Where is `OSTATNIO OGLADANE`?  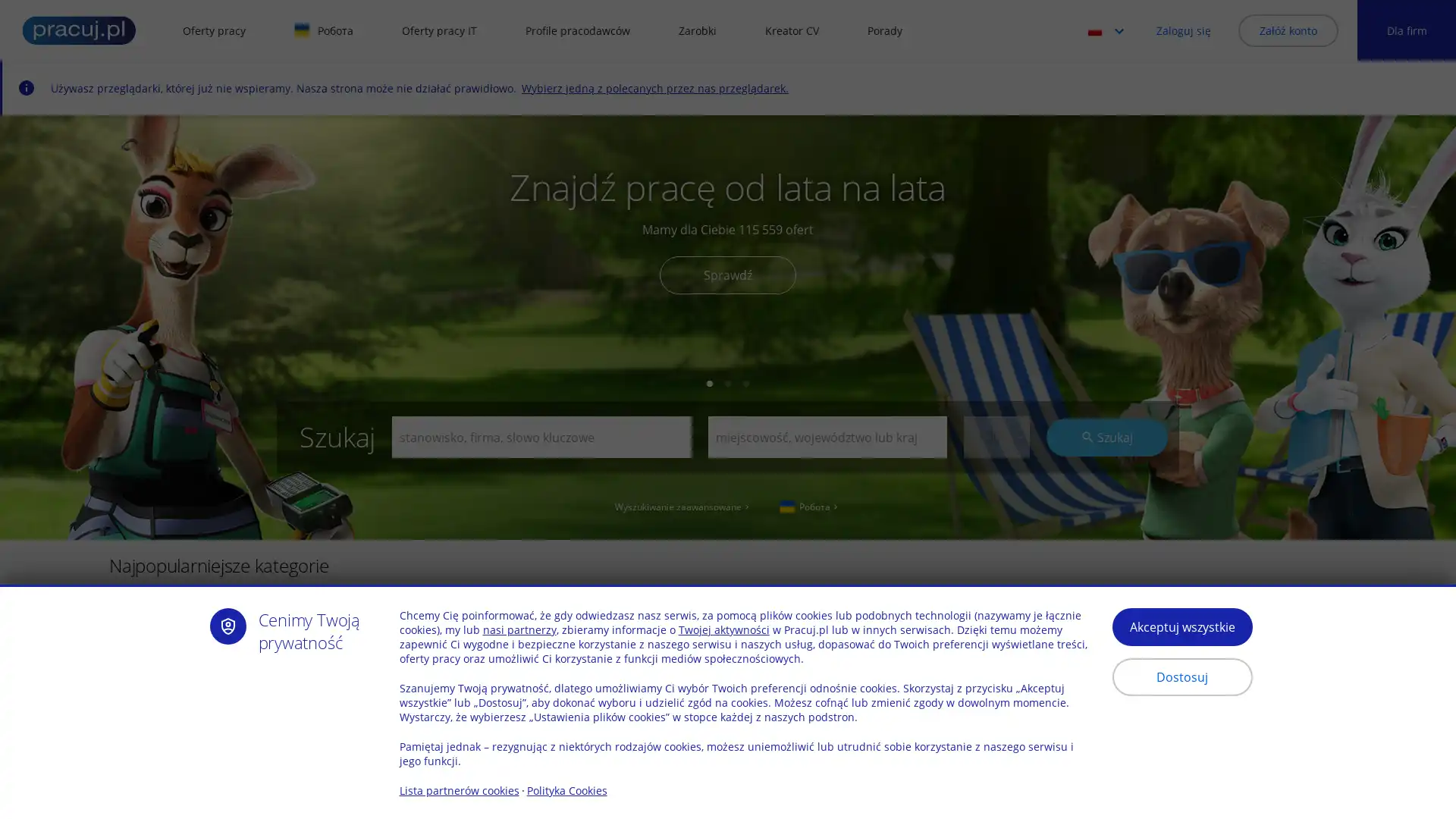 OSTATNIO OGLADANE is located at coordinates (194, 745).